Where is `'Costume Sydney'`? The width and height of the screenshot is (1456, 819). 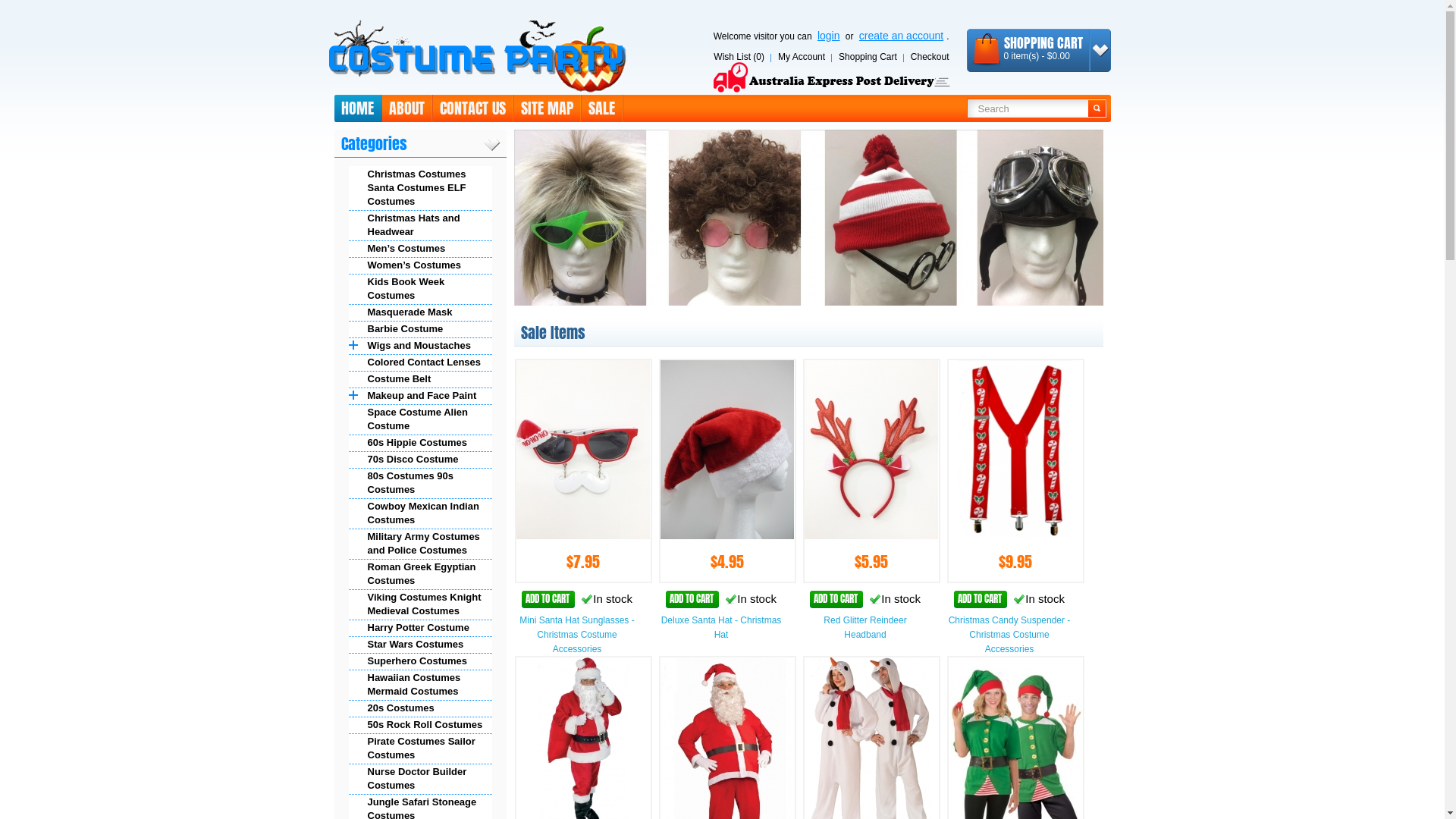
'Costume Sydney' is located at coordinates (475, 55).